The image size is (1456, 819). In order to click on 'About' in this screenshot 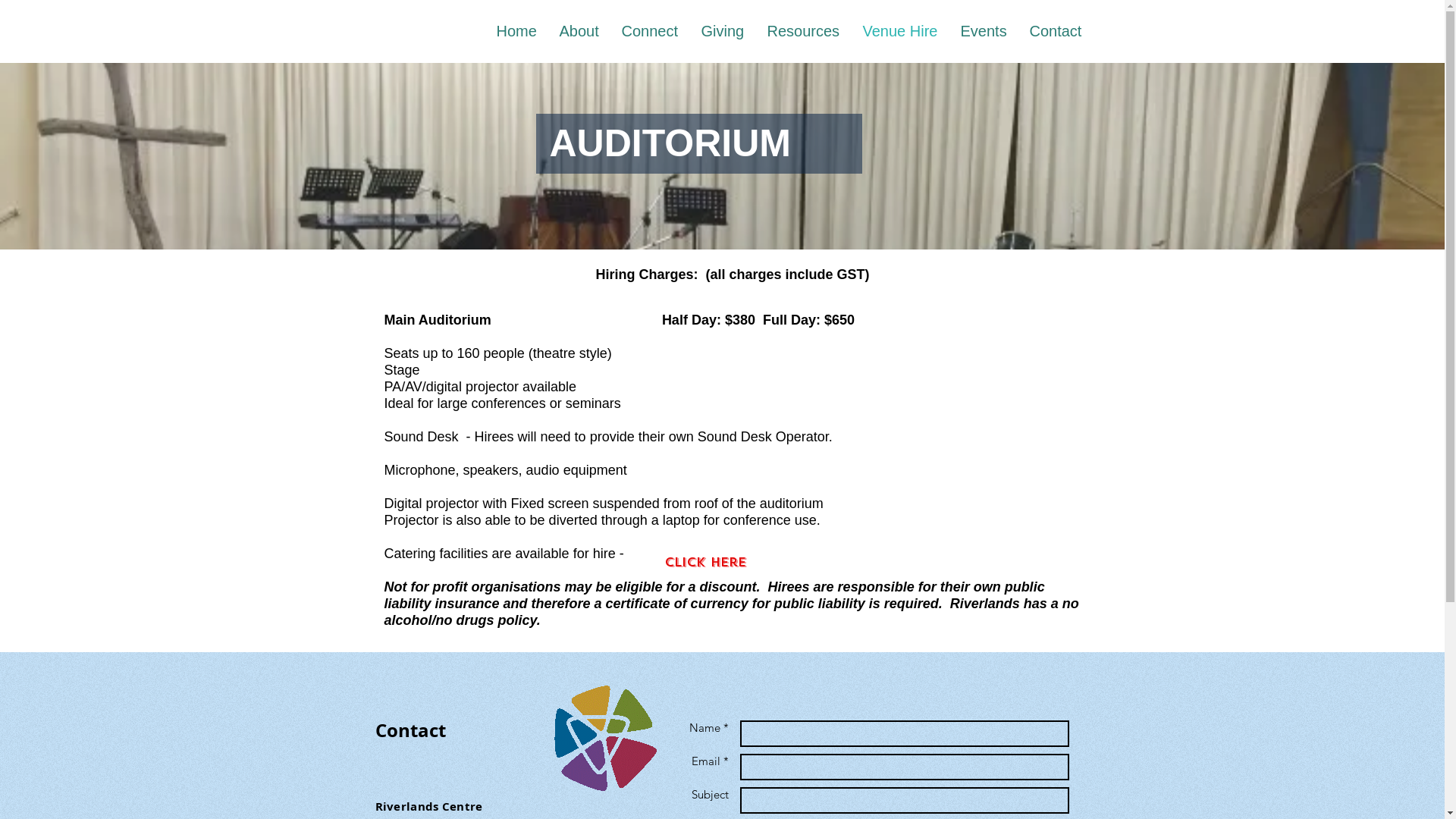, I will do `click(578, 31)`.